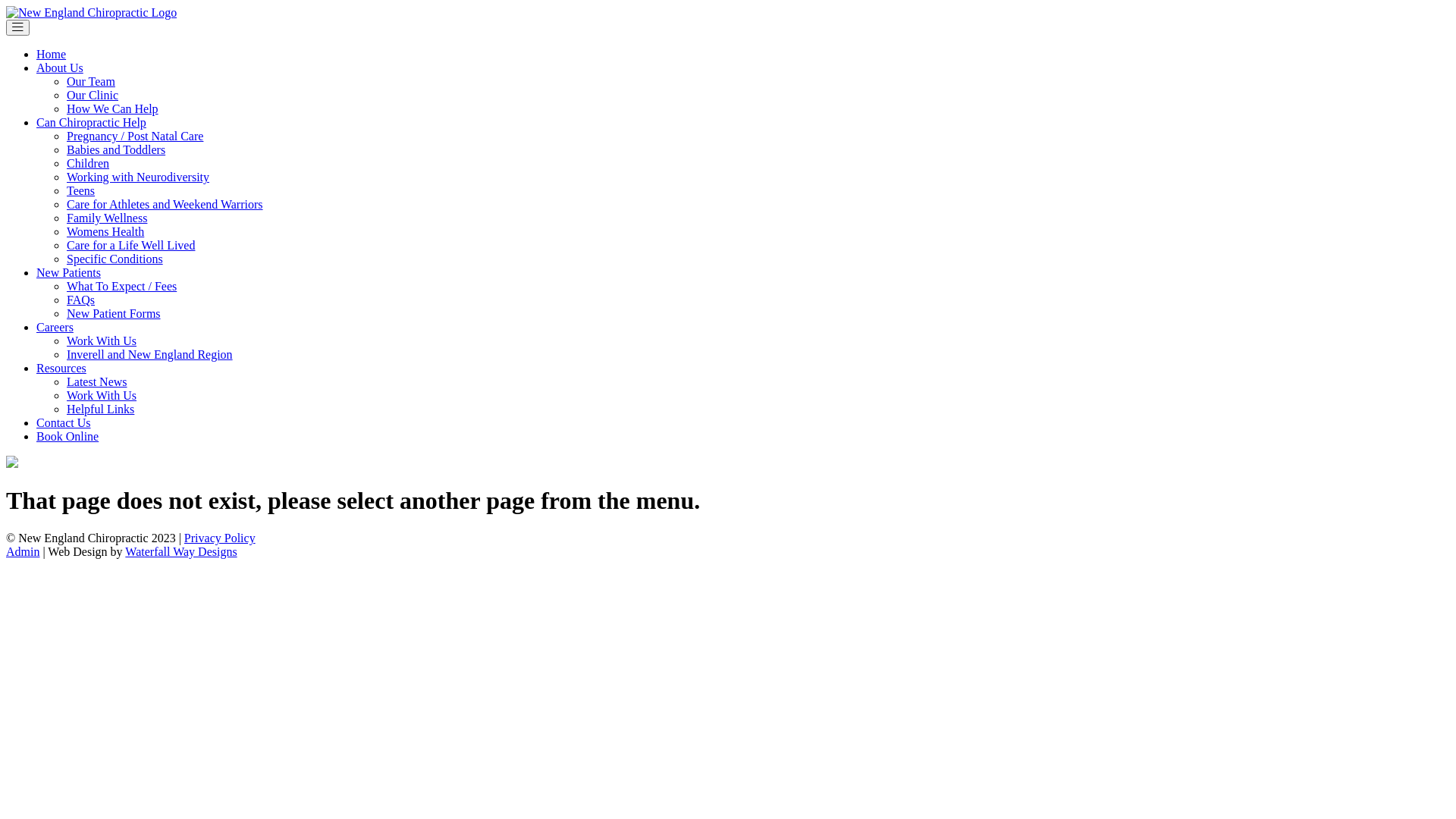 The width and height of the screenshot is (1456, 819). Describe the element at coordinates (101, 394) in the screenshot. I see `'Work With Us'` at that location.